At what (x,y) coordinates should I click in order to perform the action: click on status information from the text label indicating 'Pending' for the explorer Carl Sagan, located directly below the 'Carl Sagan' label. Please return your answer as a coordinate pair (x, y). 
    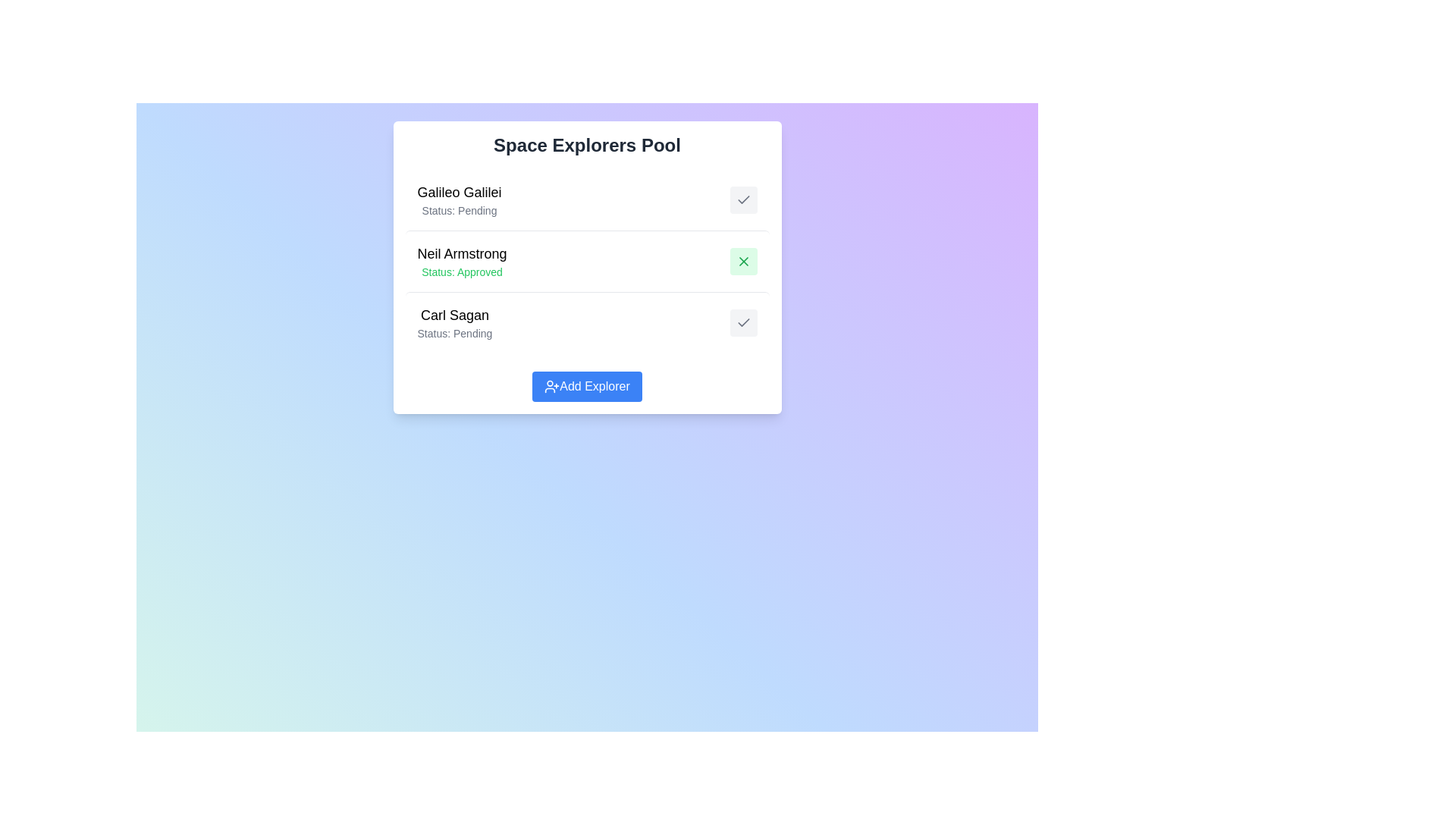
    Looking at the image, I should click on (454, 332).